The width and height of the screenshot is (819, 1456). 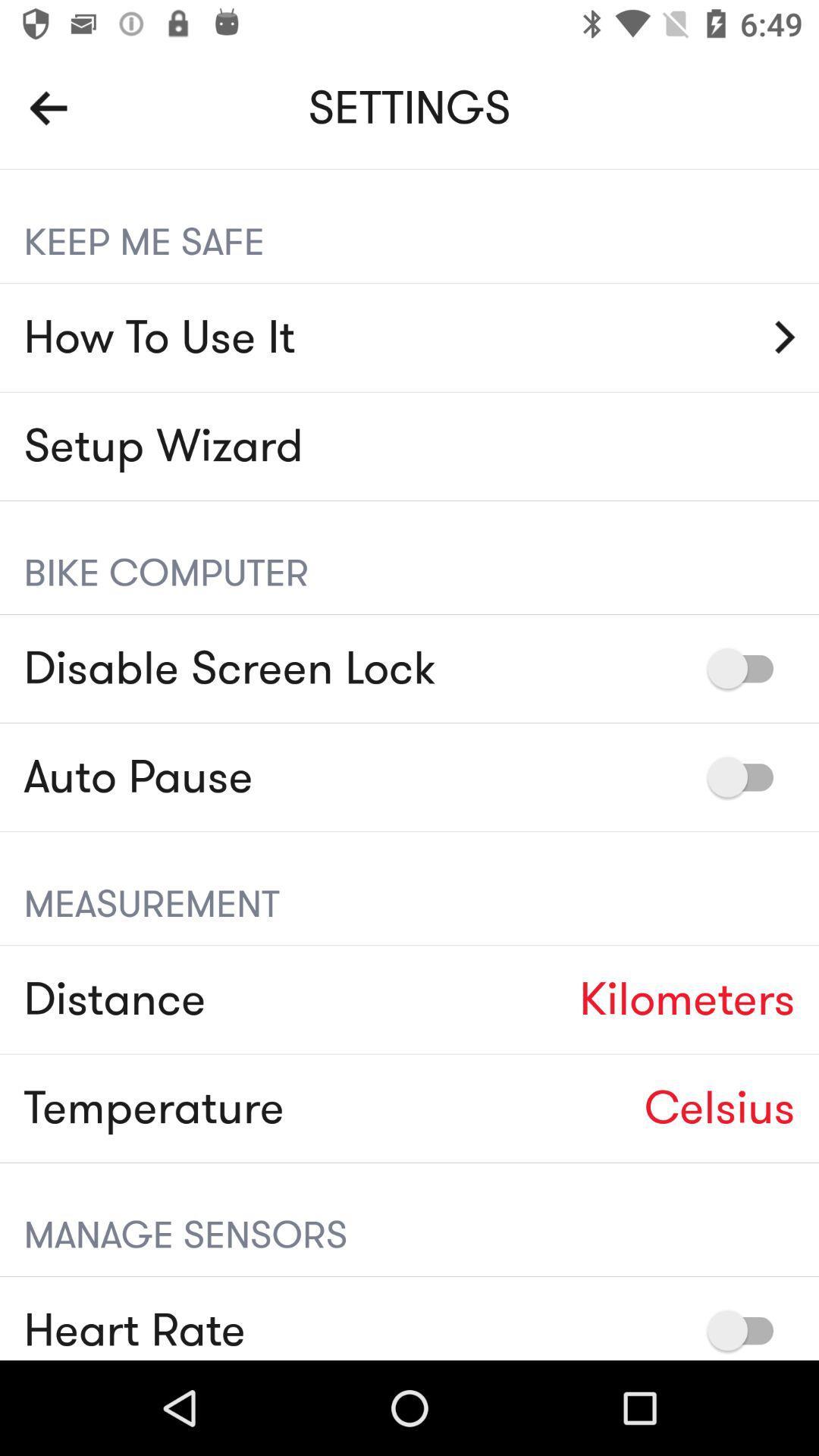 I want to click on return to previous screen, so click(x=48, y=107).